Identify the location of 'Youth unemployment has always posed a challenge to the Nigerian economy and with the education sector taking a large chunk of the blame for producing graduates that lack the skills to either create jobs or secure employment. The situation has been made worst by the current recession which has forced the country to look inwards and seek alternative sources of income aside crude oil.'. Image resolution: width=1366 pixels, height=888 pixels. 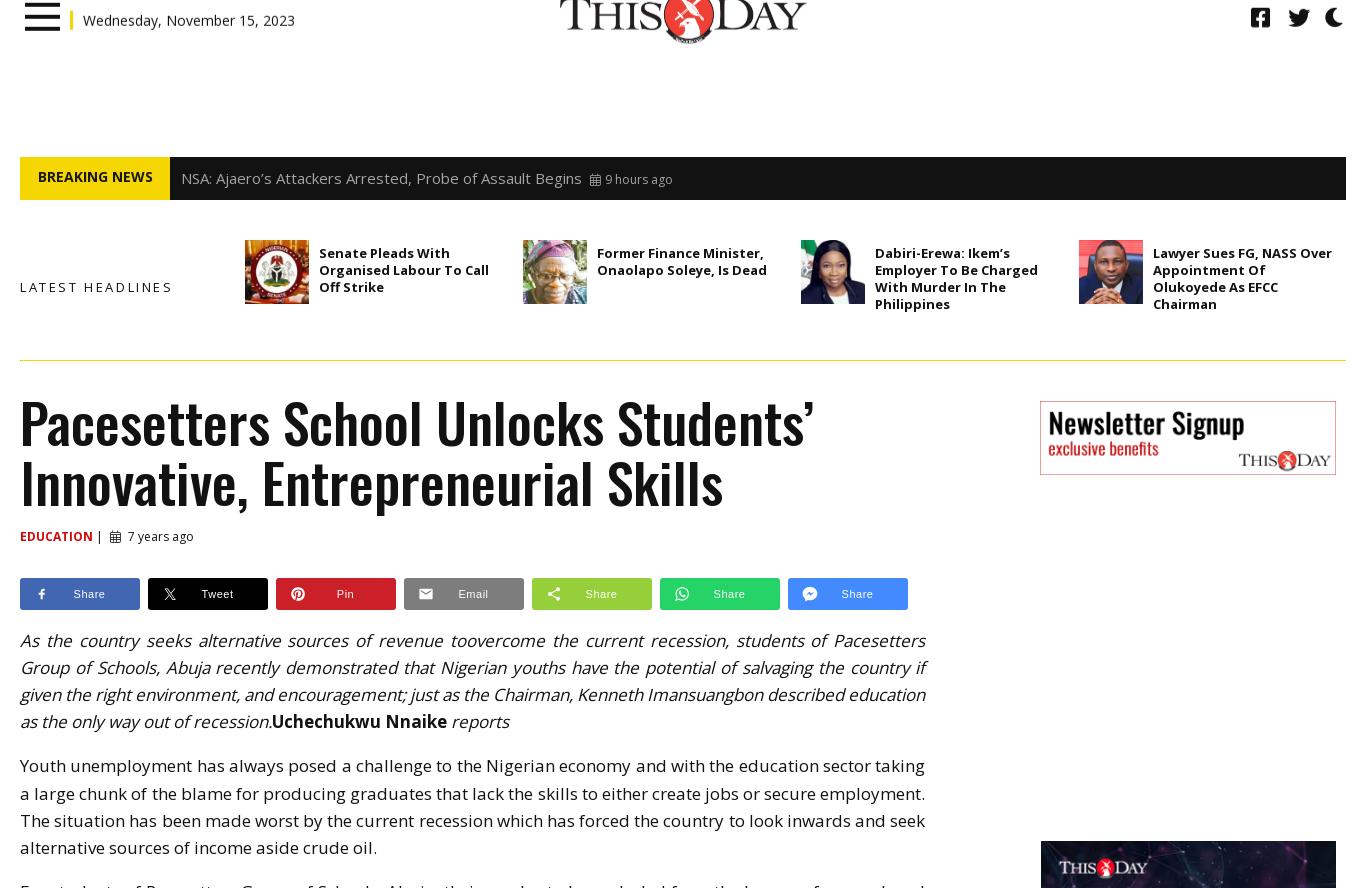
(472, 806).